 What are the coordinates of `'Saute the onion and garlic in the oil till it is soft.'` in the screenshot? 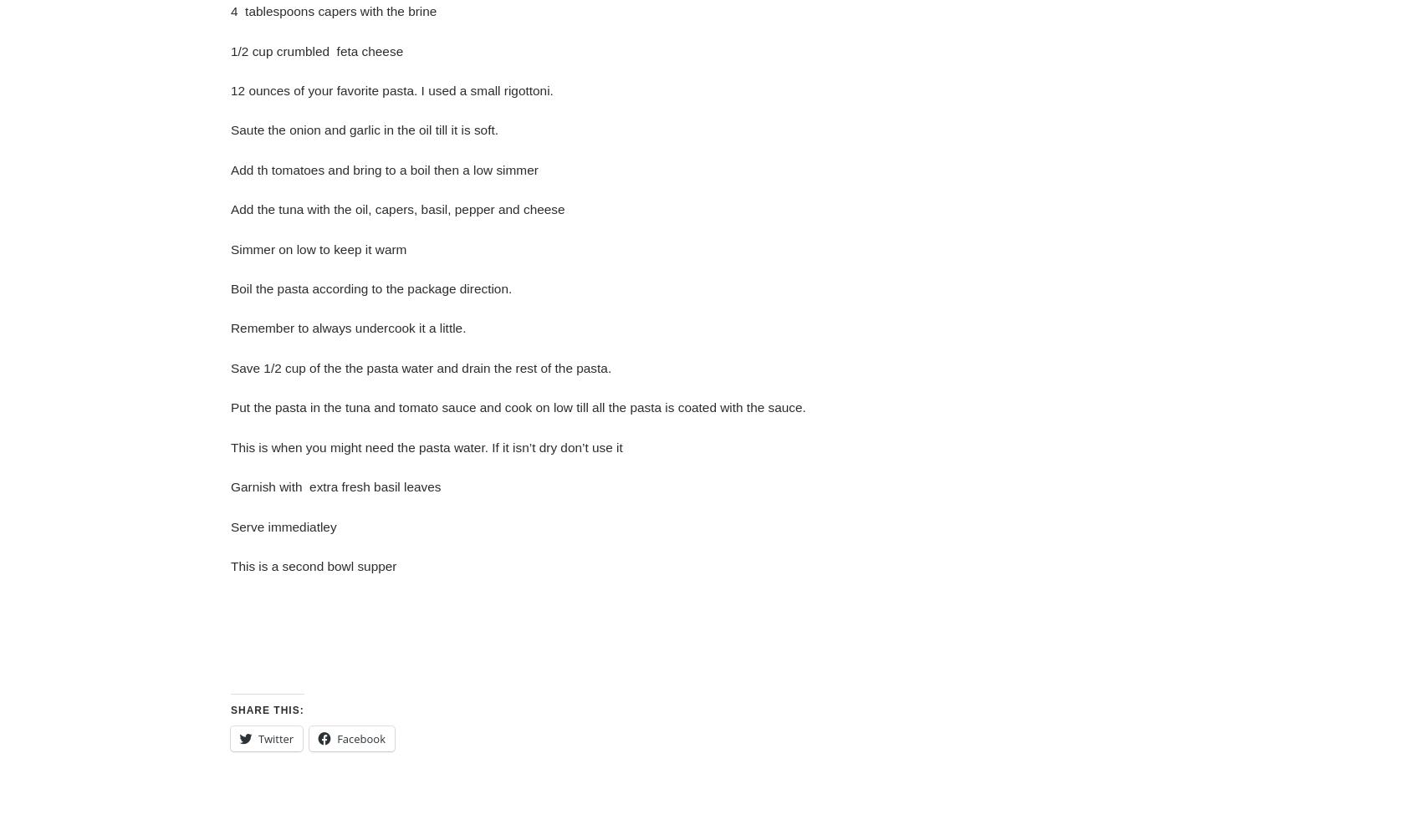 It's located at (230, 130).